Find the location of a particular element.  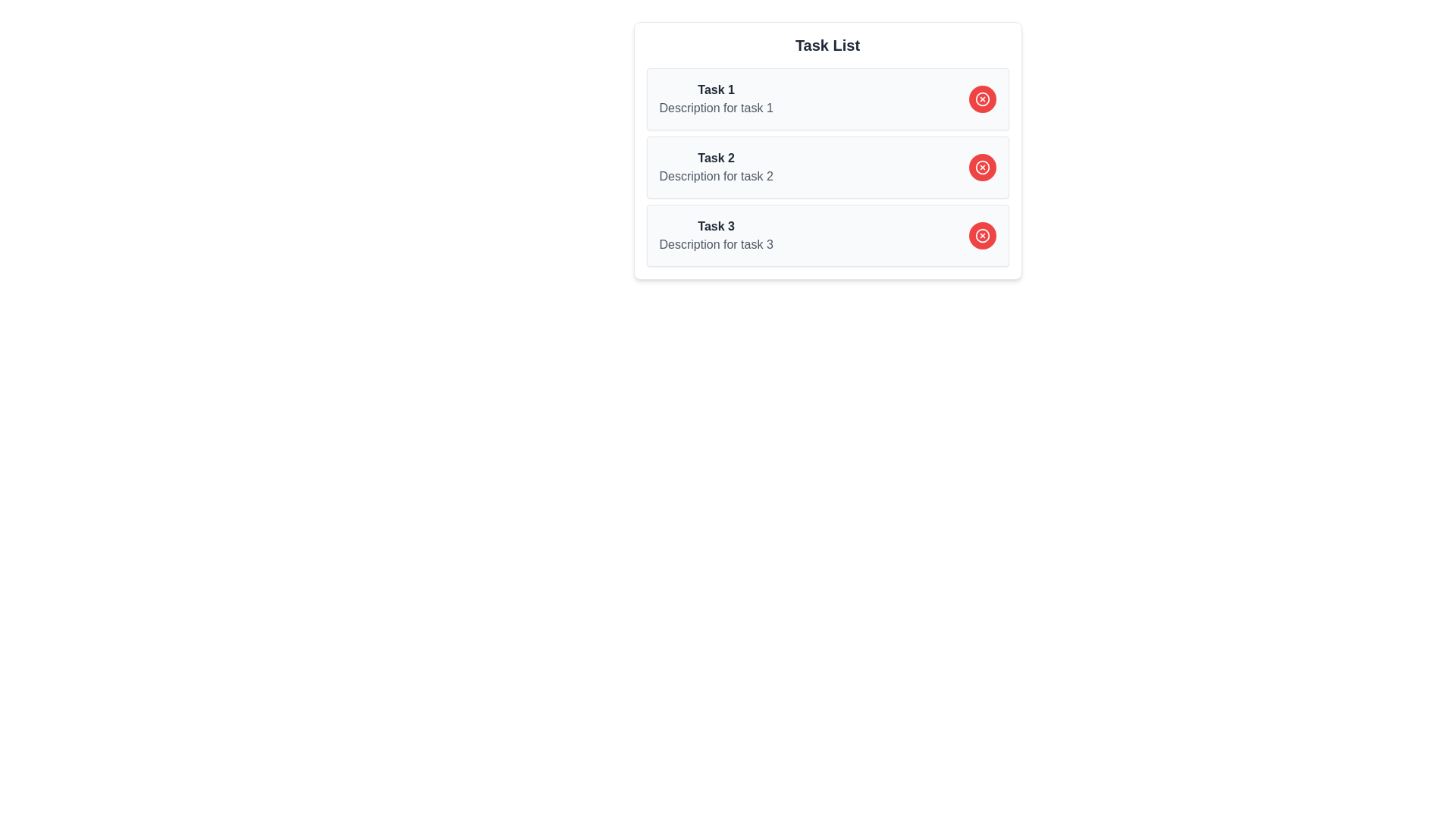

the static text reading 'Description for task 1', which is styled in a lighter gray color and located below the main title 'Task 1' within the task card layout is located at coordinates (715, 107).